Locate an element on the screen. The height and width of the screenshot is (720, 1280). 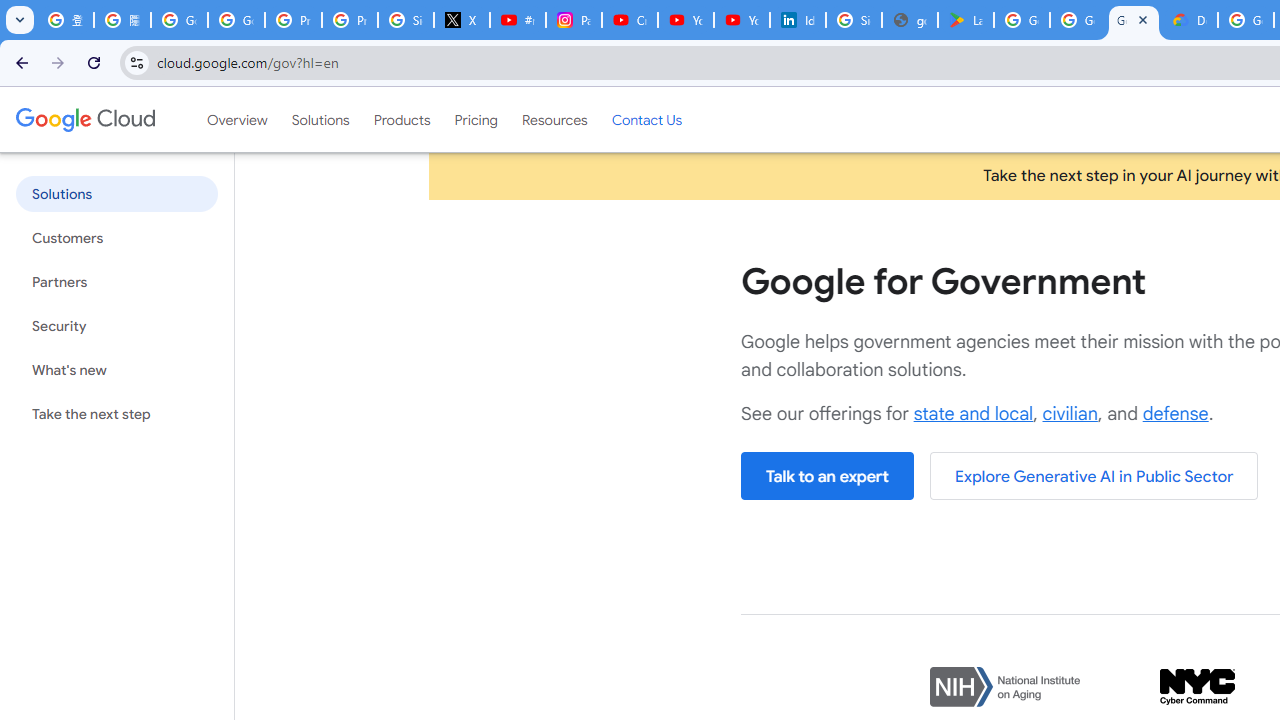
'NYC' is located at coordinates (1197, 686).